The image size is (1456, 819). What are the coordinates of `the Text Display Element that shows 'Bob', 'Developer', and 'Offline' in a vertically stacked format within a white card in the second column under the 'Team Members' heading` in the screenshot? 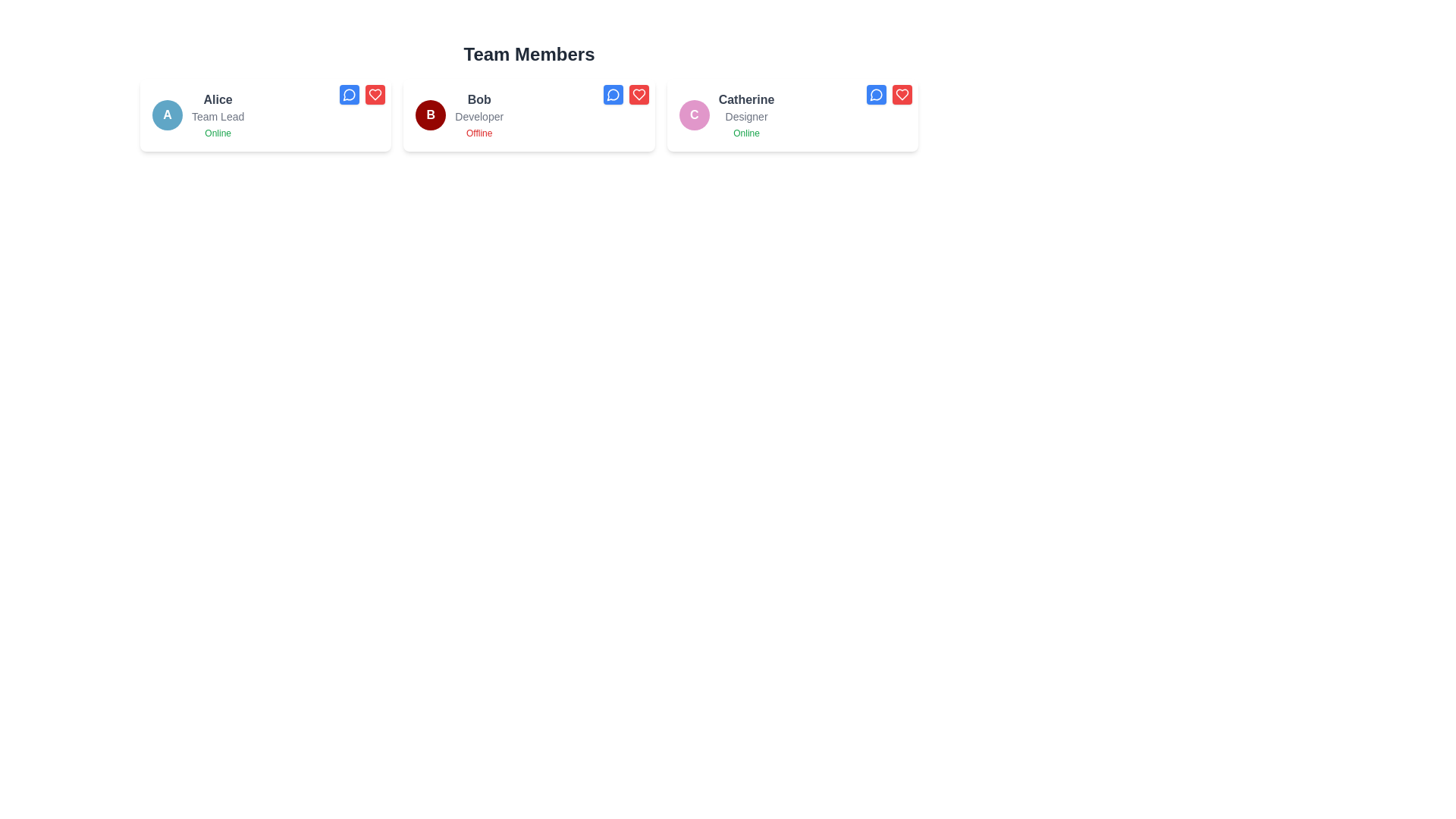 It's located at (479, 114).